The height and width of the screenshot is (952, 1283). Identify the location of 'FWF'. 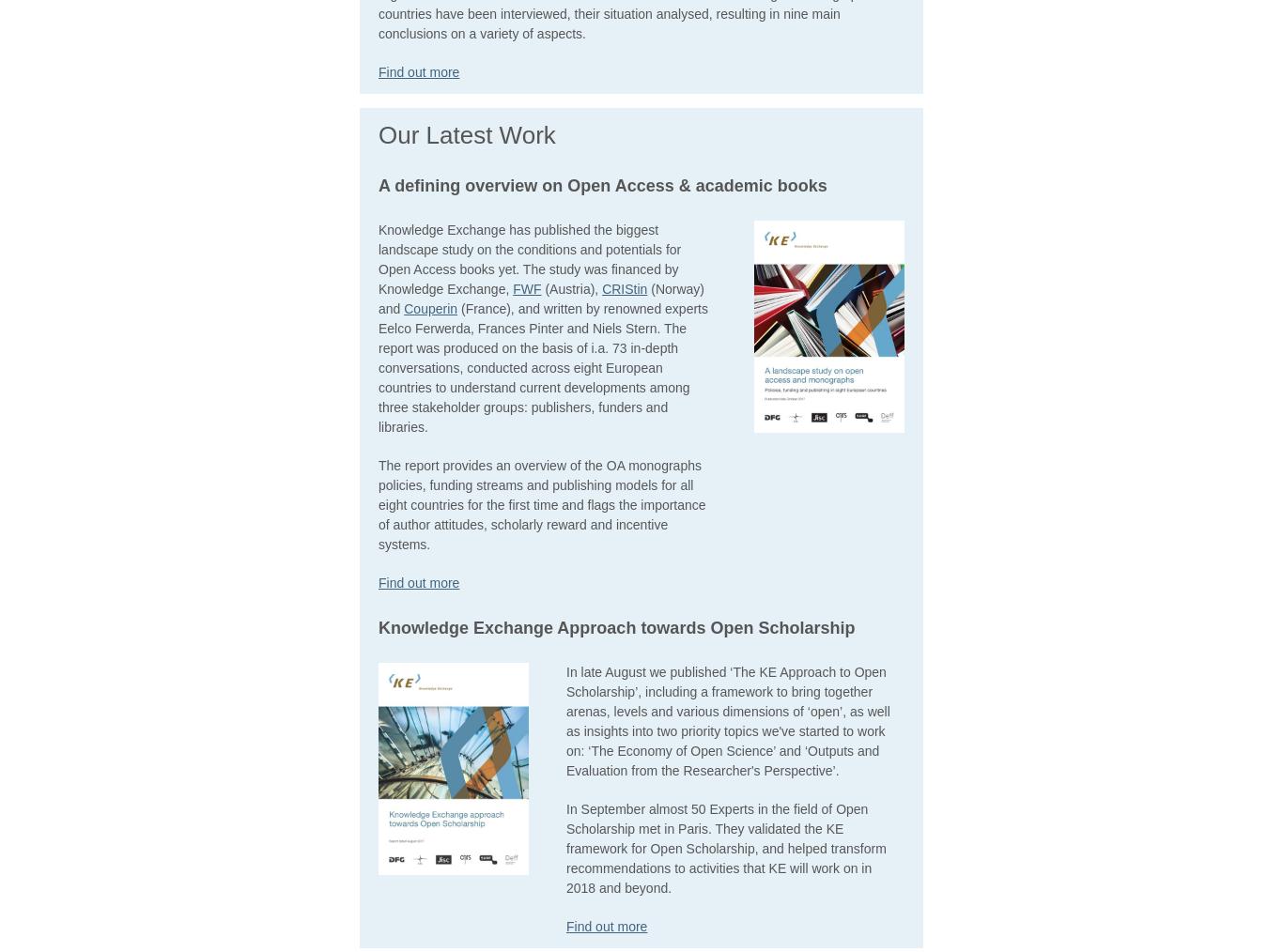
(527, 288).